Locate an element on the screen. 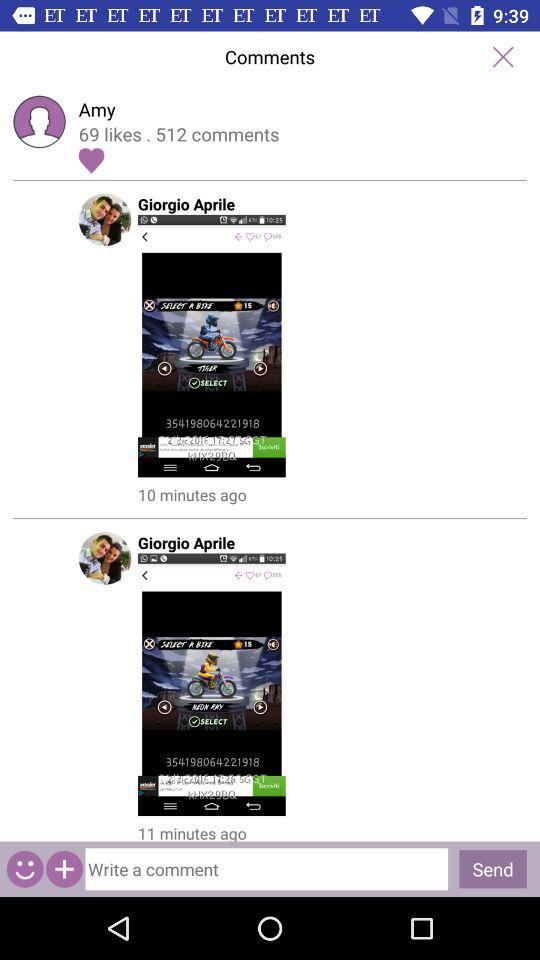  comment here is located at coordinates (266, 868).